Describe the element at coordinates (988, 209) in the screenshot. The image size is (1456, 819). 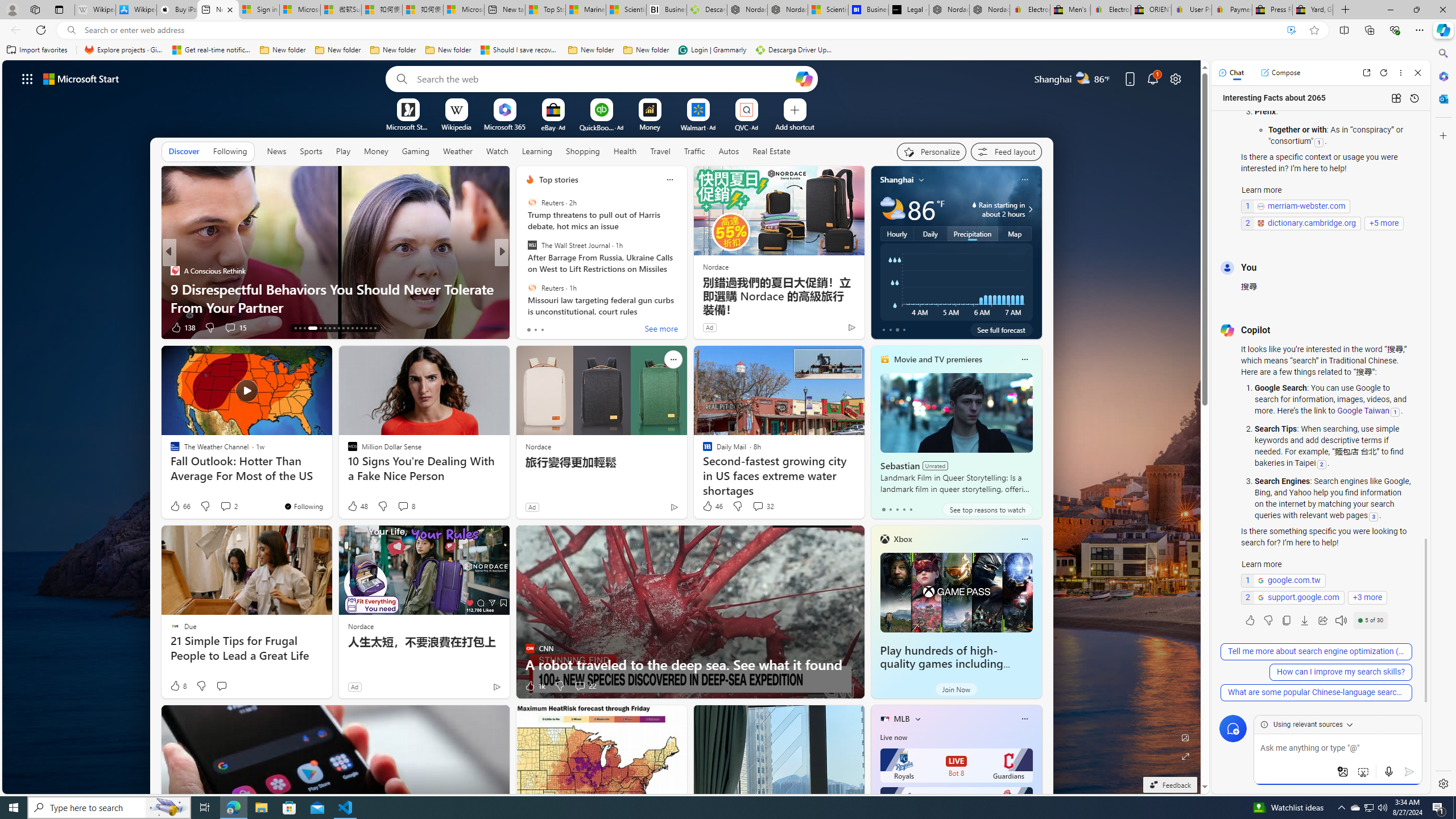
I see `'water-drop-icon Rain starting in about 2 hours'` at that location.